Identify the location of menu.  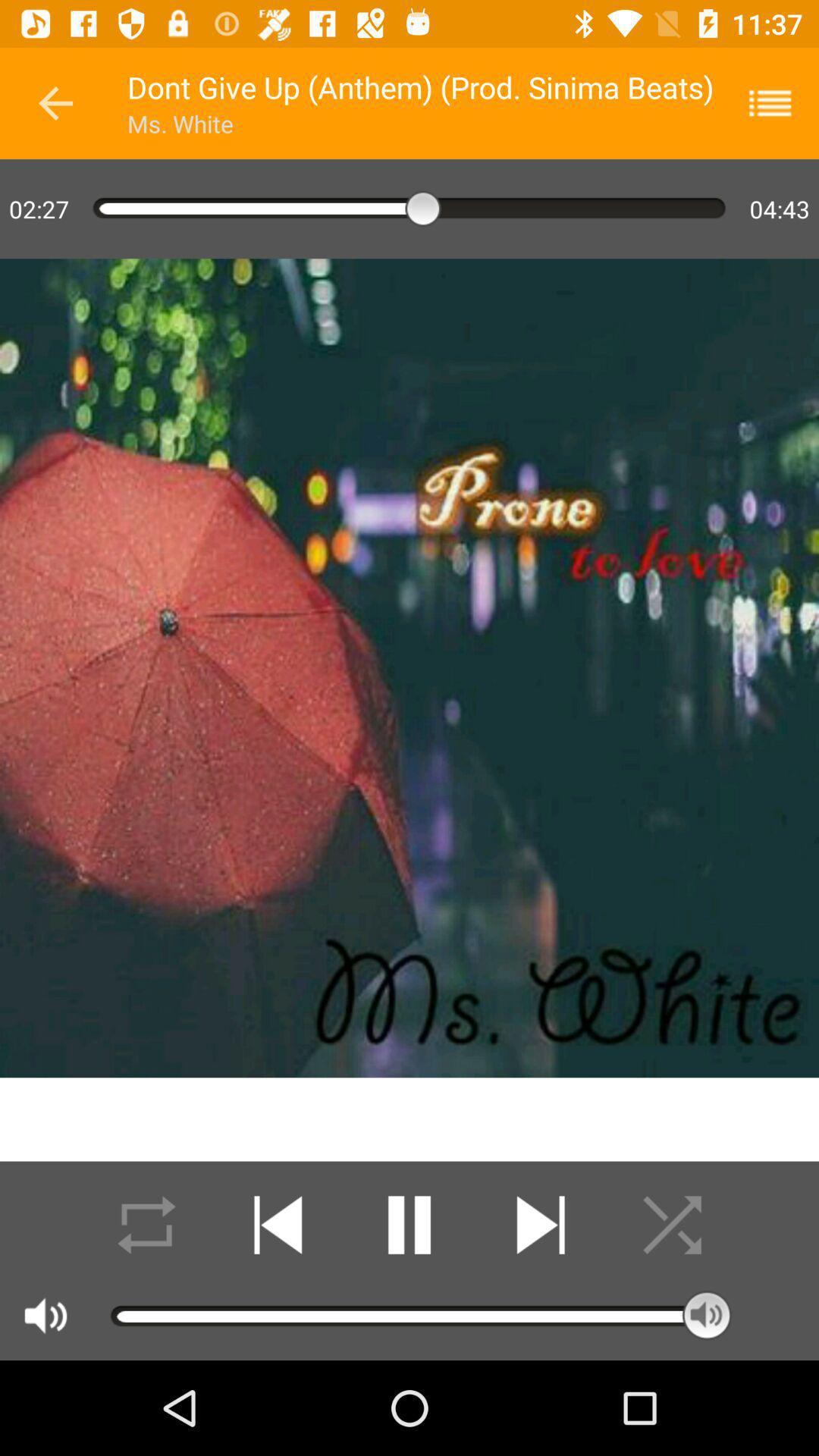
(780, 102).